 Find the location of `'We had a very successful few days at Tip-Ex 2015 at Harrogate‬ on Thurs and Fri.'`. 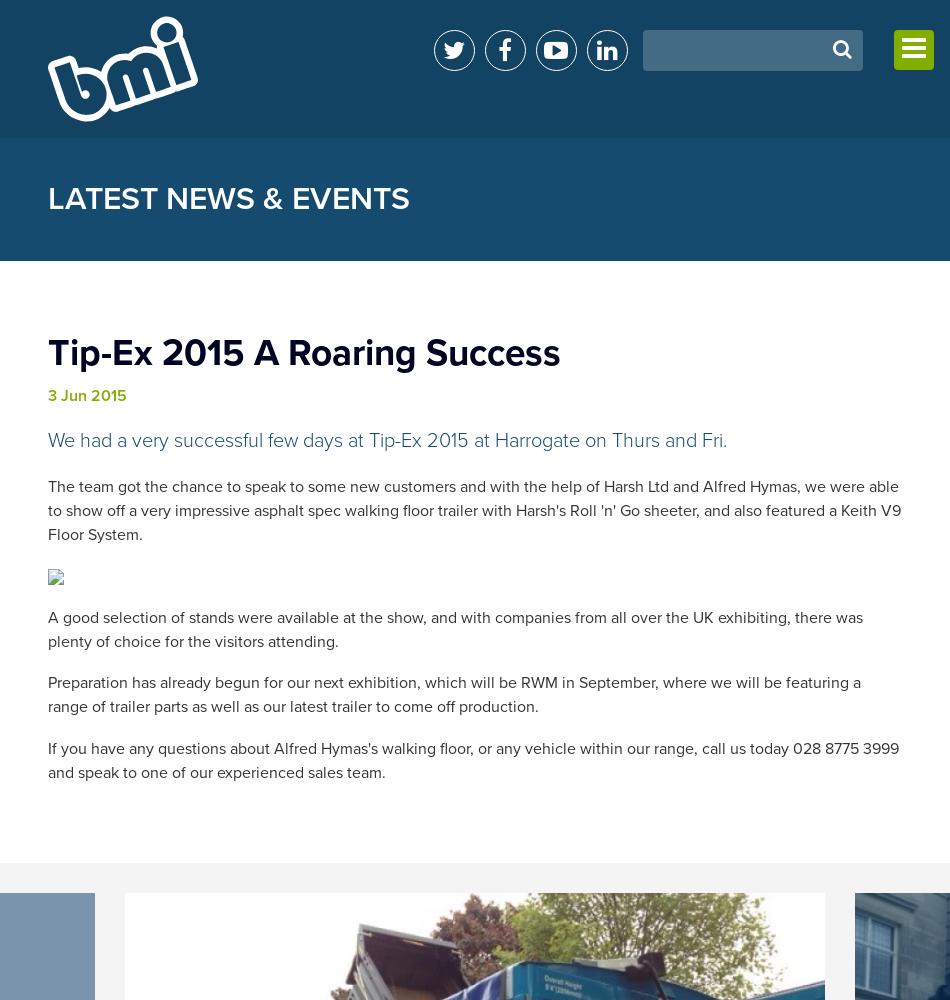

'We had a very successful few days at Tip-Ex 2015 at Harrogate‬ on Thurs and Fri.' is located at coordinates (385, 440).